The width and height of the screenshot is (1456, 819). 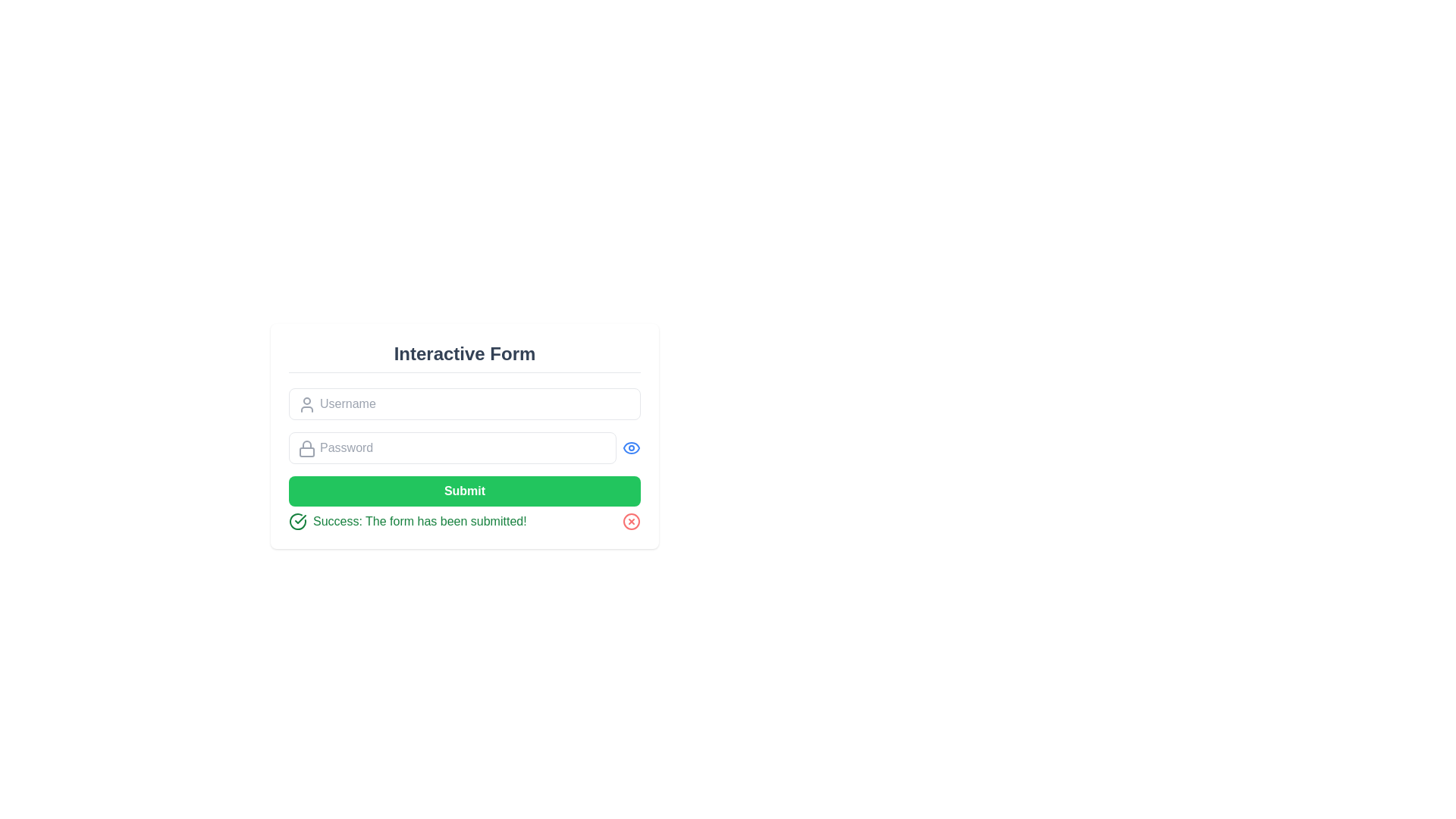 What do you see at coordinates (464, 491) in the screenshot?
I see `the submission button located at the bottom of the form` at bounding box center [464, 491].